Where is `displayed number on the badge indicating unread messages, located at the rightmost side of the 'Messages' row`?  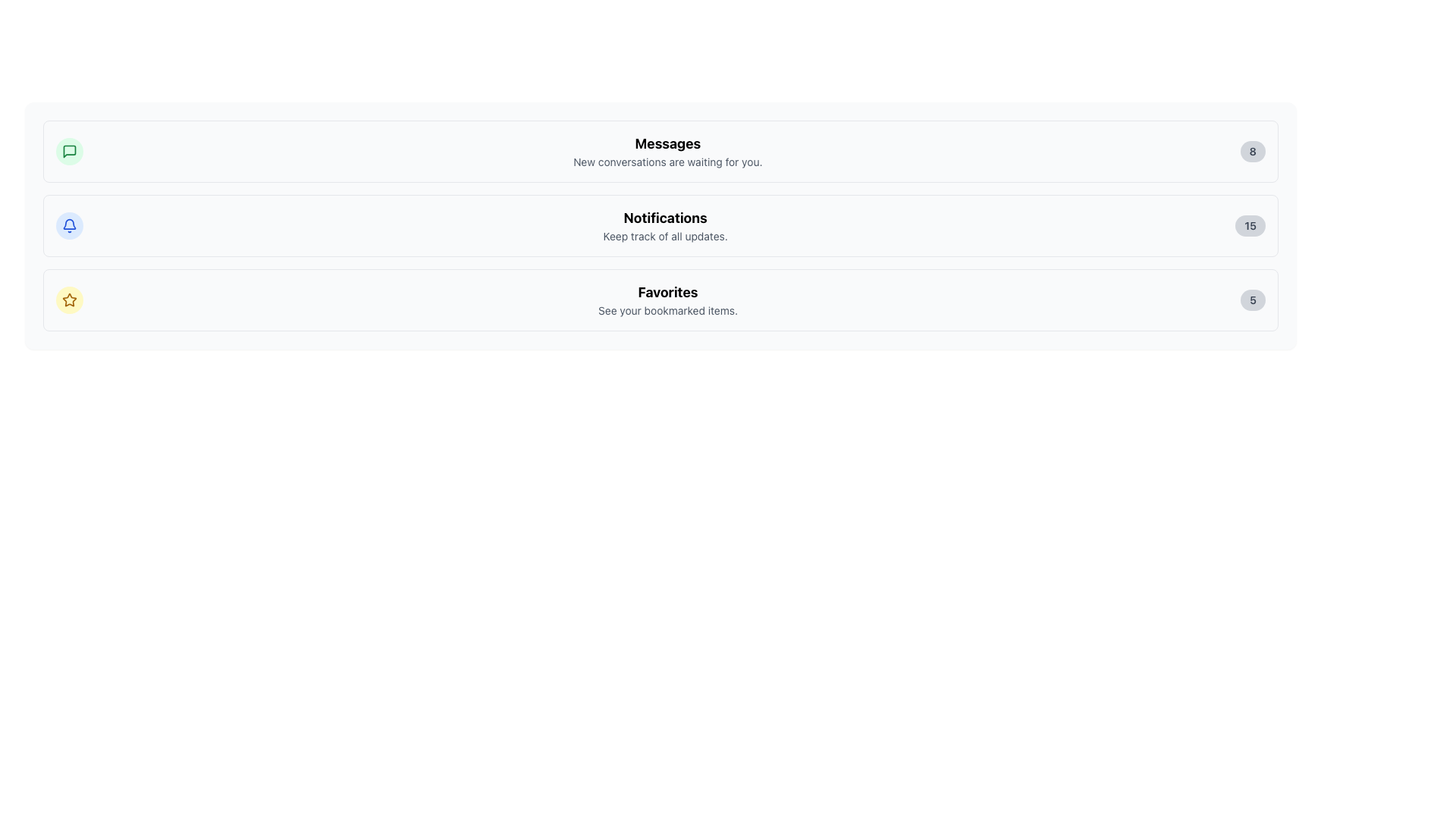 displayed number on the badge indicating unread messages, located at the rightmost side of the 'Messages' row is located at coordinates (1253, 152).